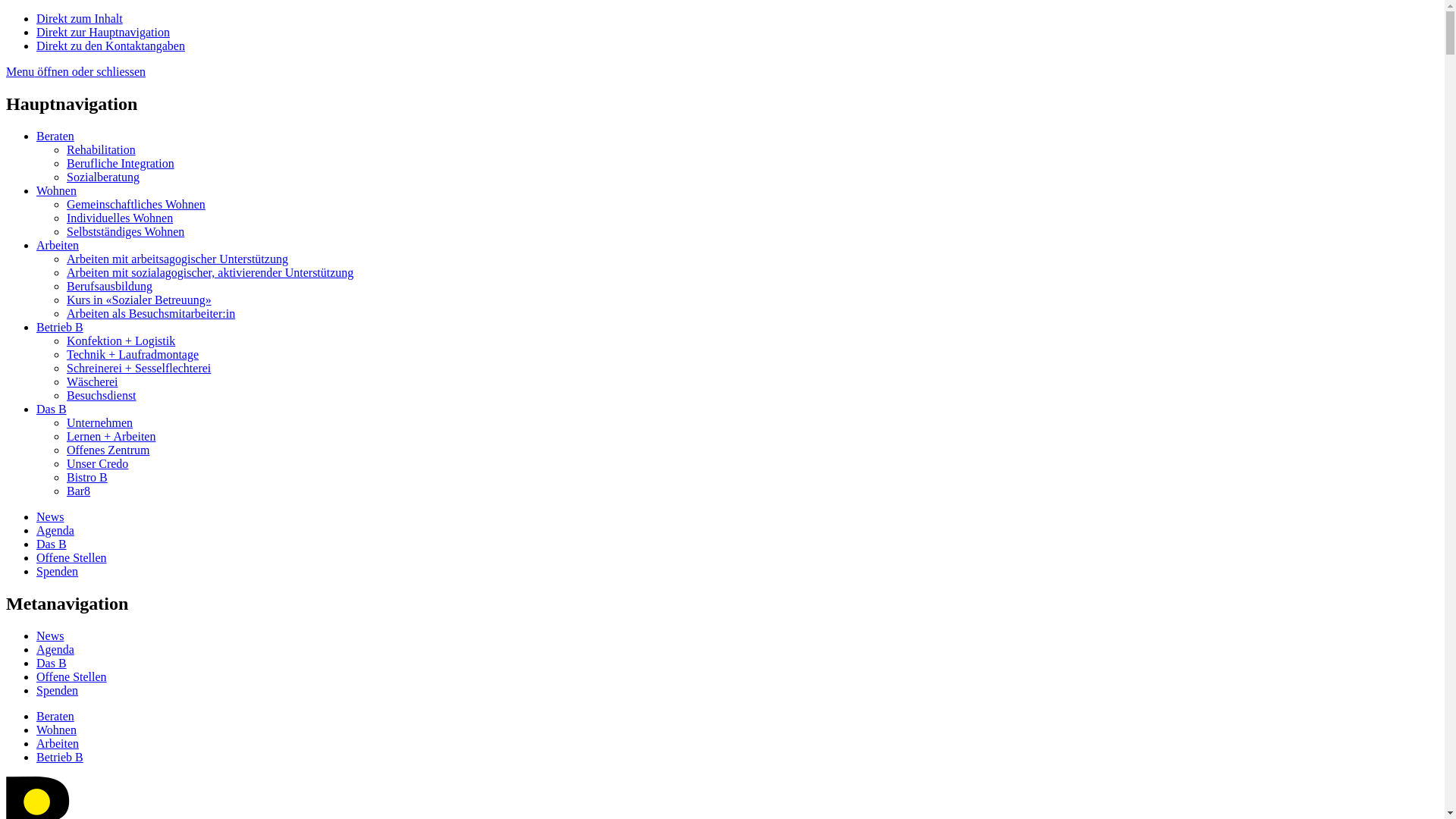 The width and height of the screenshot is (1456, 819). Describe the element at coordinates (50, 635) in the screenshot. I see `'News'` at that location.